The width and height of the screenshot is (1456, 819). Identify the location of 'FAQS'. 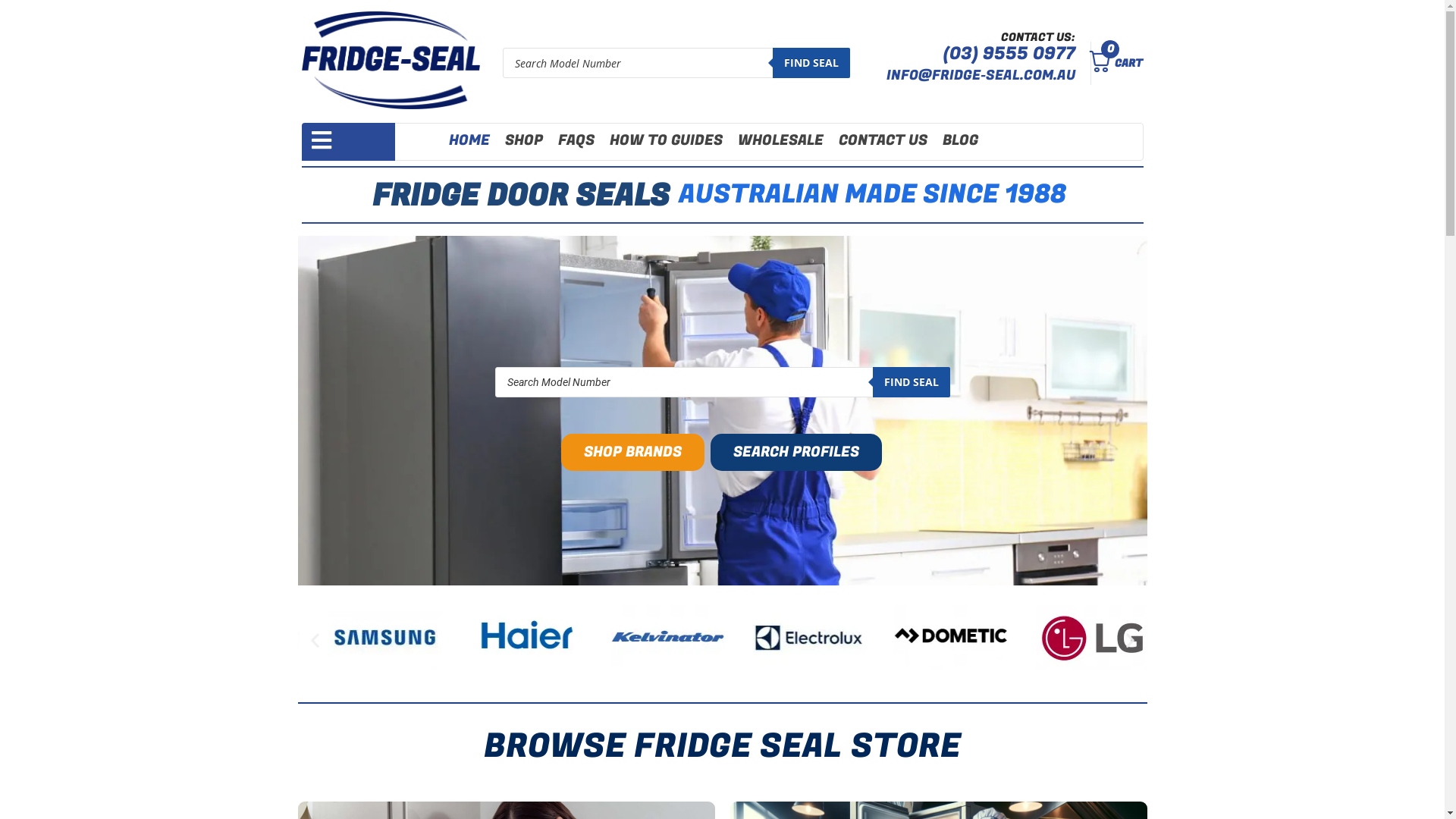
(575, 140).